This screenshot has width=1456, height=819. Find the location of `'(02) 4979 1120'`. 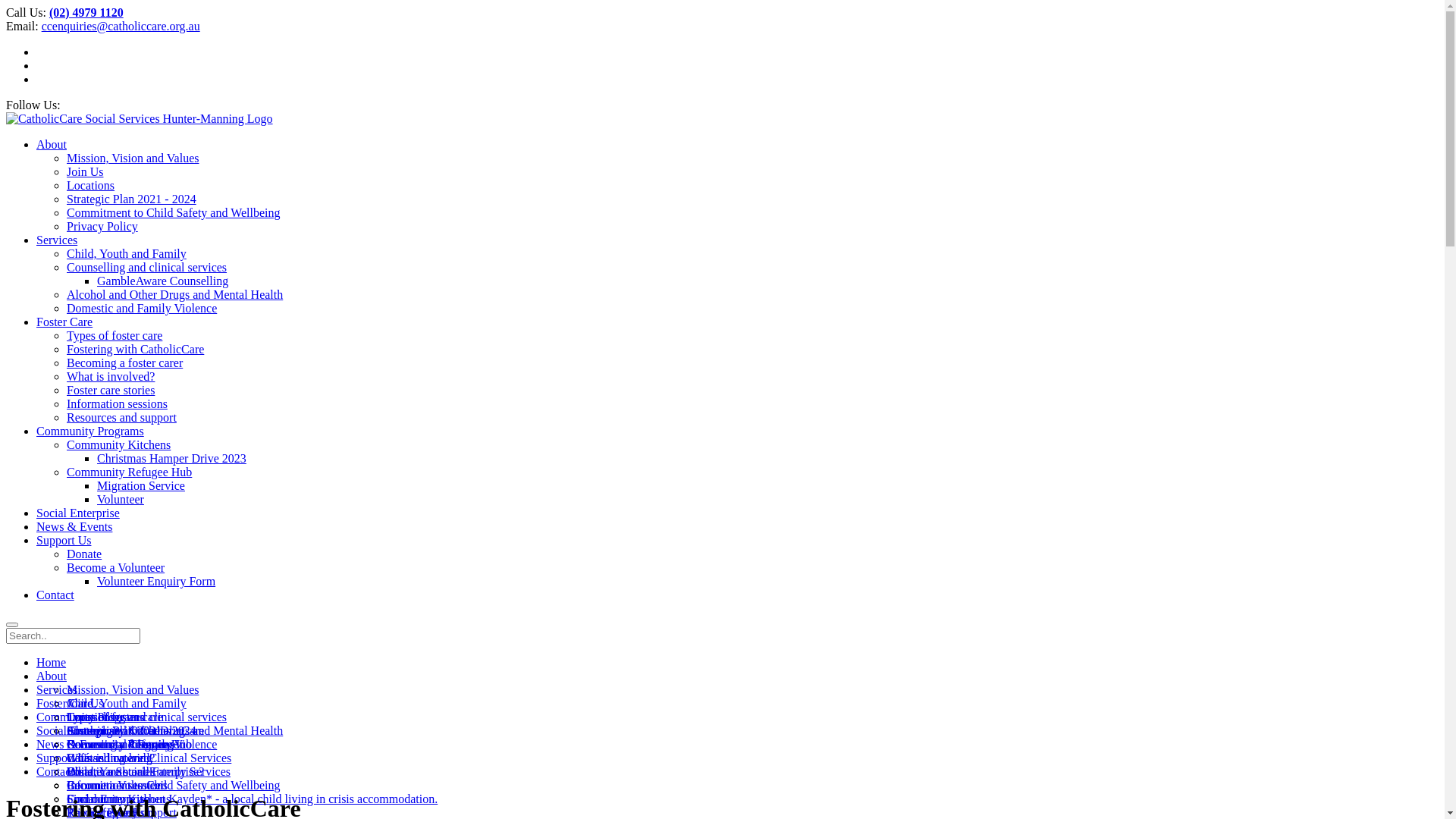

'(02) 4979 1120' is located at coordinates (86, 12).